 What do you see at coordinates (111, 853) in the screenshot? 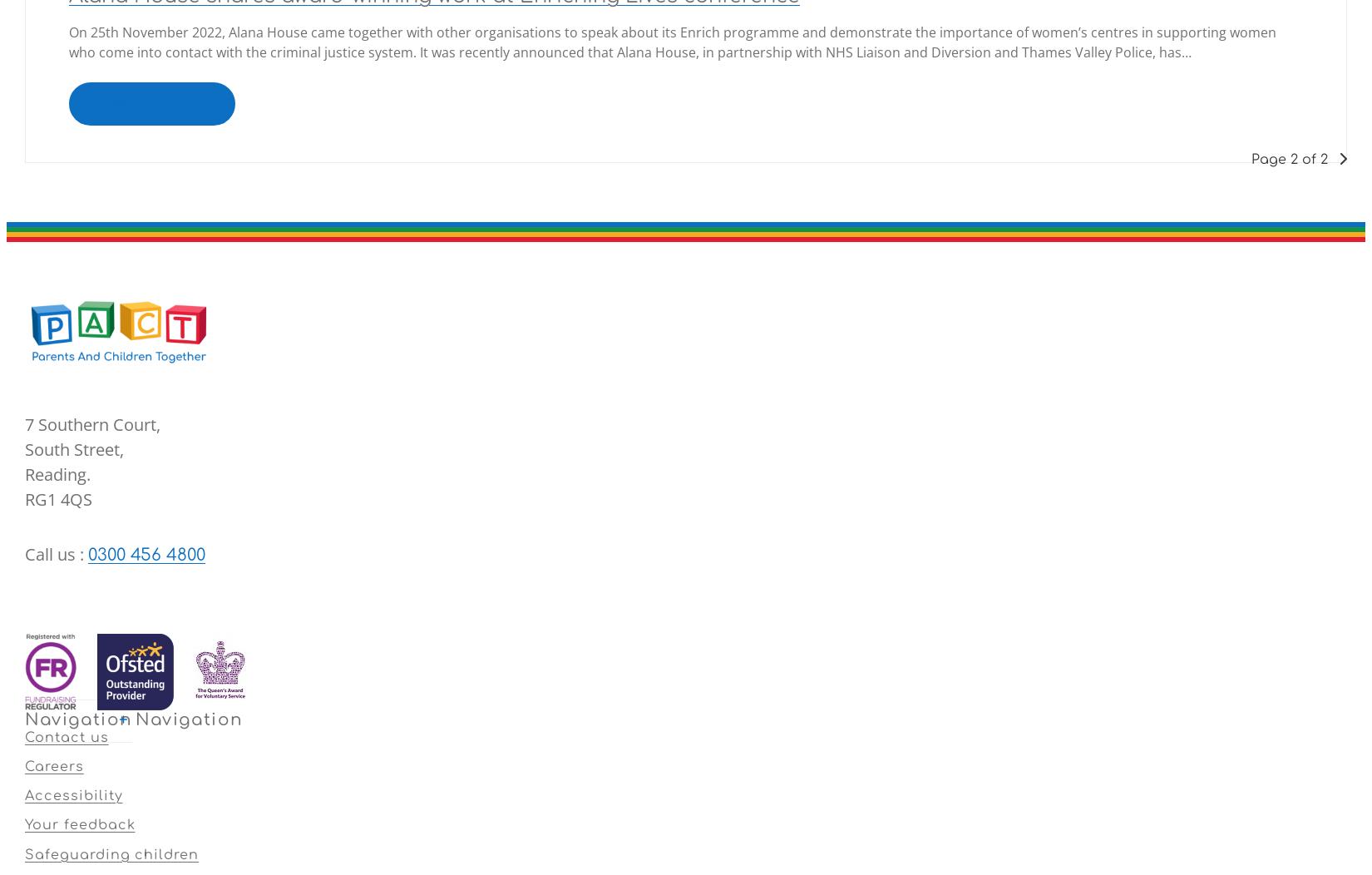
I see `'Safeguarding children'` at bounding box center [111, 853].